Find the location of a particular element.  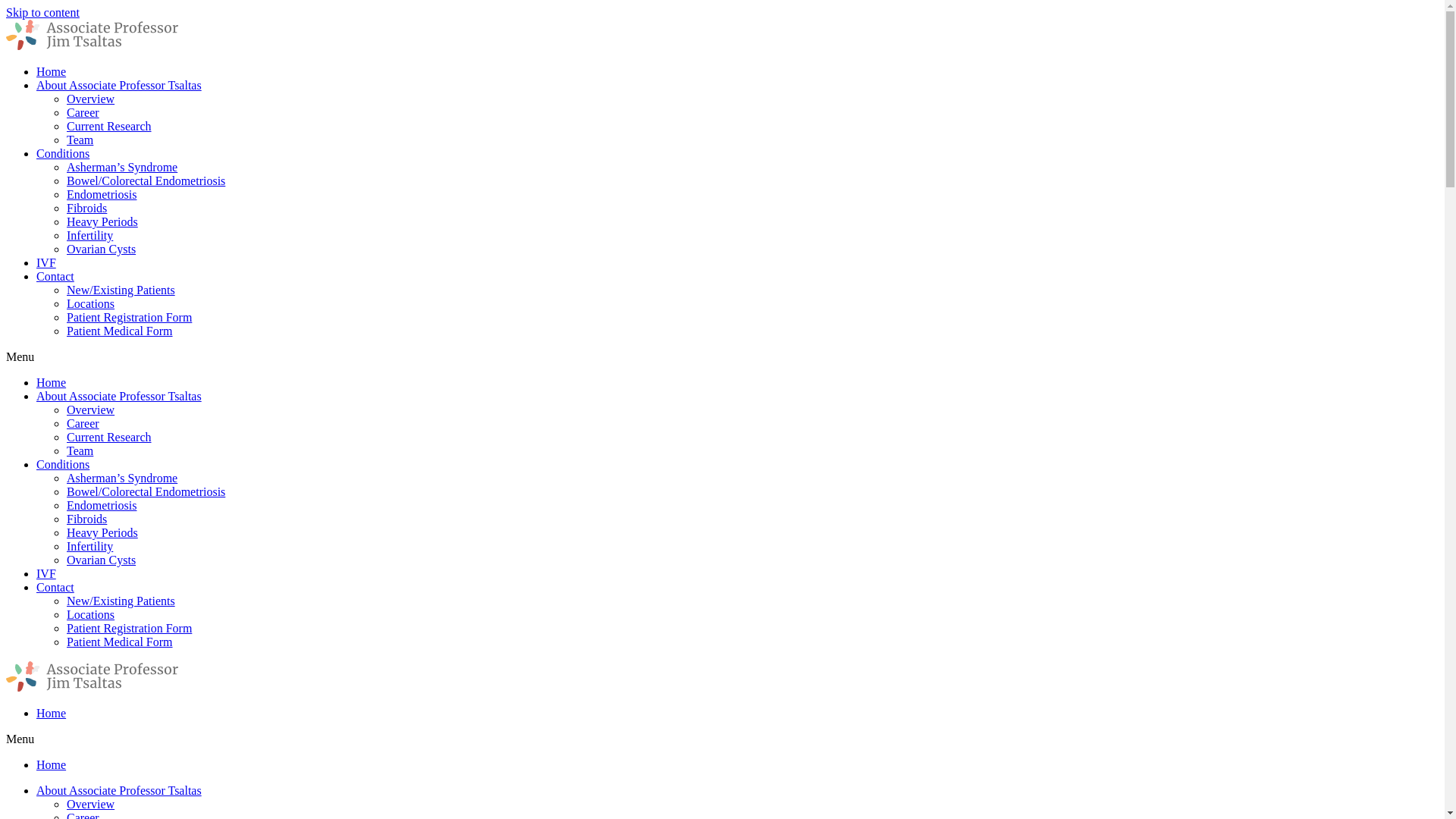

'Career' is located at coordinates (65, 423).